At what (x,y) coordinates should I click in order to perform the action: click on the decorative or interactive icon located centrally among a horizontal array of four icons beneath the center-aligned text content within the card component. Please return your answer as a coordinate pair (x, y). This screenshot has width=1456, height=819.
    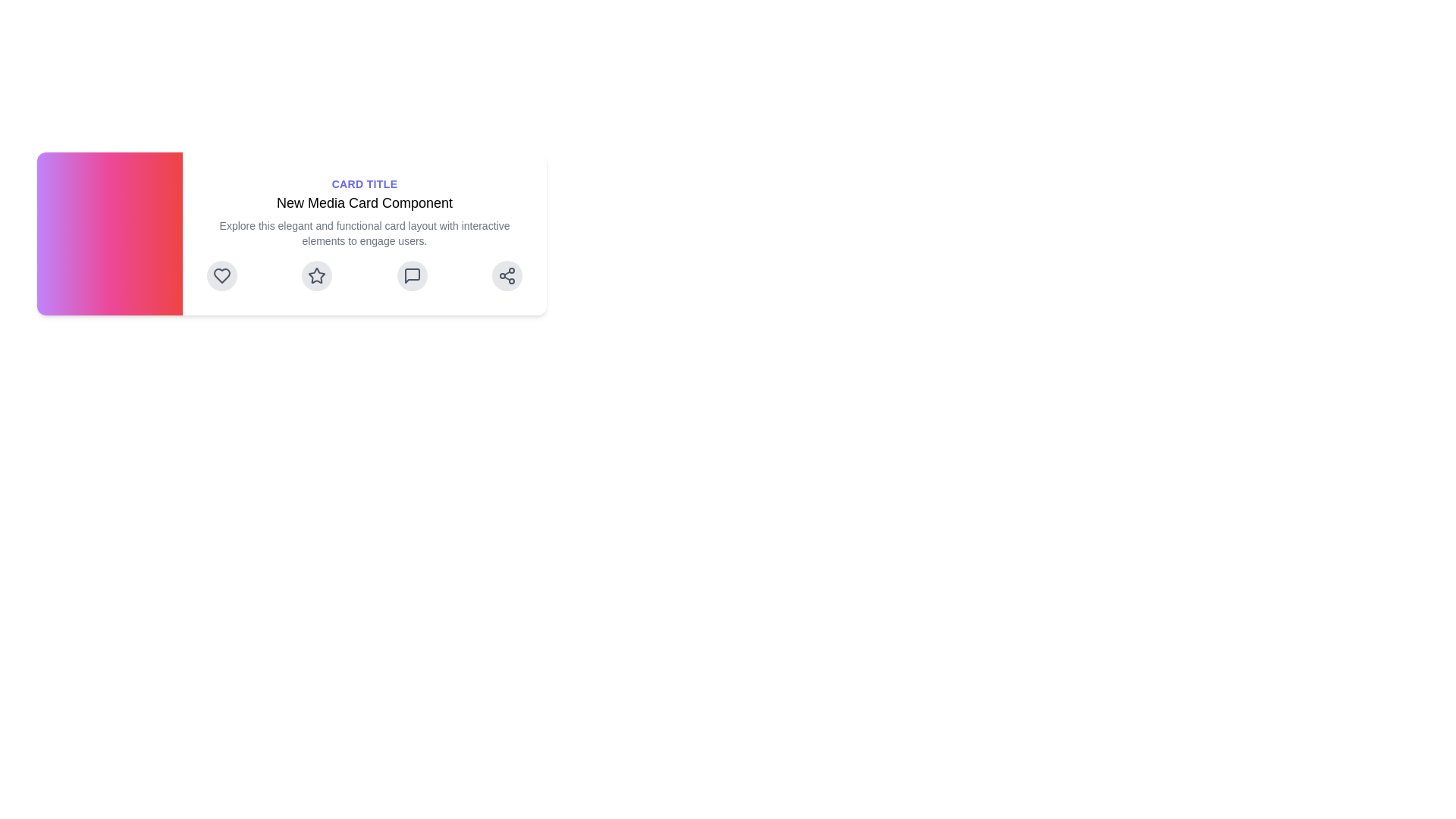
    Looking at the image, I should click on (316, 275).